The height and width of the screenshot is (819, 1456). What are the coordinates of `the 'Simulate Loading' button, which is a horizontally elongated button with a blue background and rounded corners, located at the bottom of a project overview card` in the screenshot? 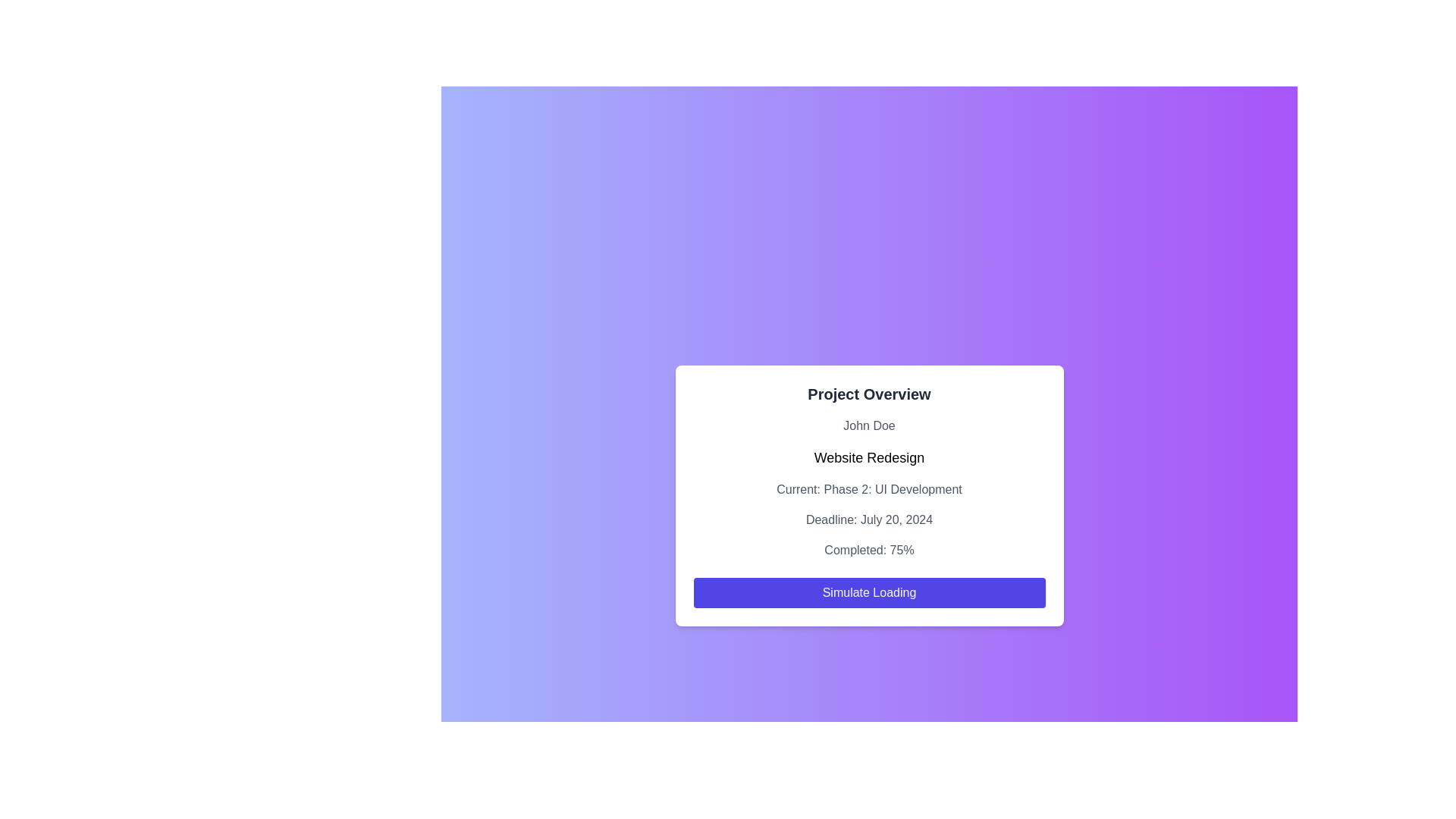 It's located at (869, 592).